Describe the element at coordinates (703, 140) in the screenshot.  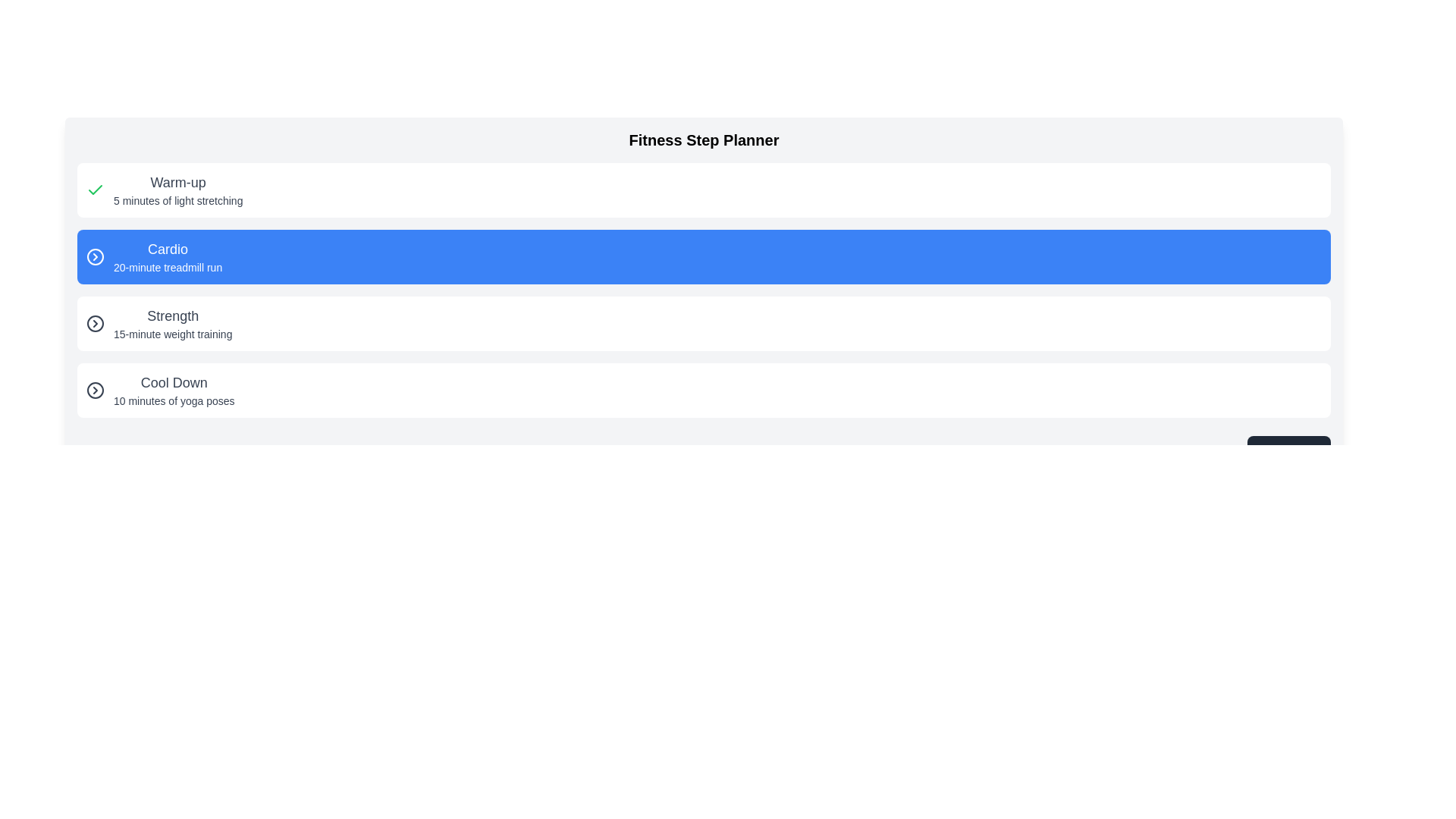
I see `the title text labeled 'Fitness Step Planner', which is a bold, large font header located at the top of a light gray background, above the sections 'Warm-up', 'Cardio', 'Strength', and 'Cool Down'` at that location.